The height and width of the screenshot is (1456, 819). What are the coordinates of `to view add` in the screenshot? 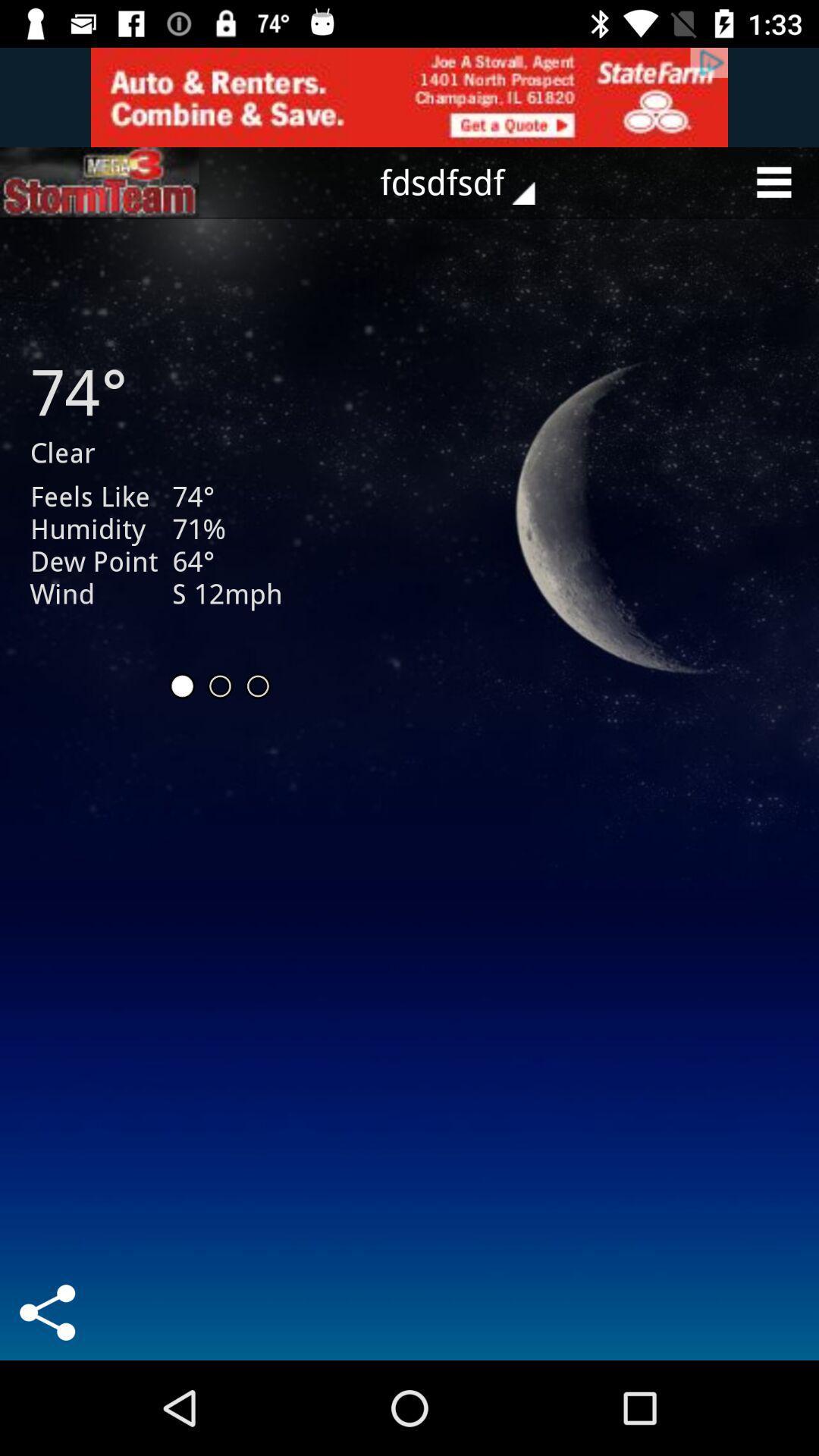 It's located at (409, 96).